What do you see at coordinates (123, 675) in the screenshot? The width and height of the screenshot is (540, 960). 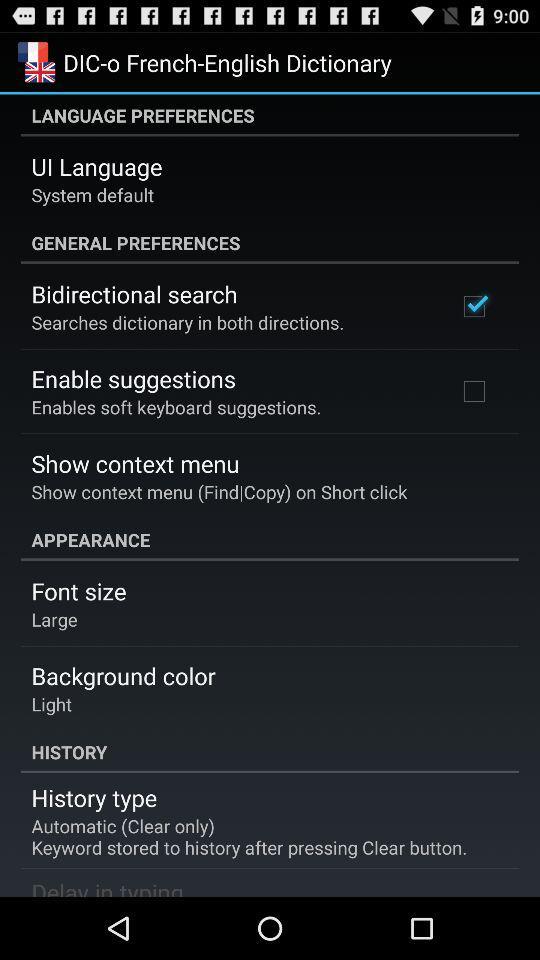 I see `the background color` at bounding box center [123, 675].